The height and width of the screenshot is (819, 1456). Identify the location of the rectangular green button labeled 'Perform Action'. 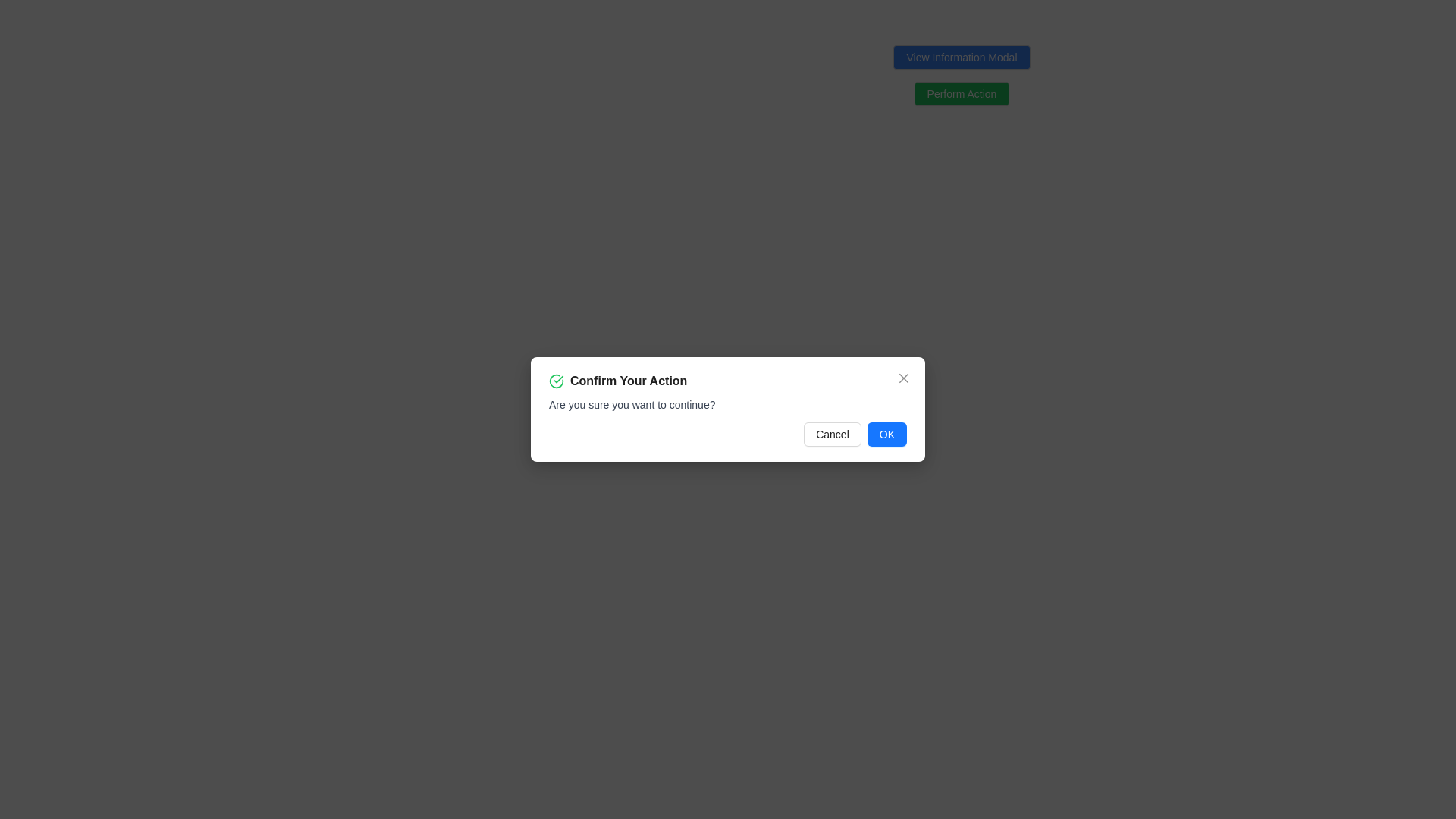
(960, 93).